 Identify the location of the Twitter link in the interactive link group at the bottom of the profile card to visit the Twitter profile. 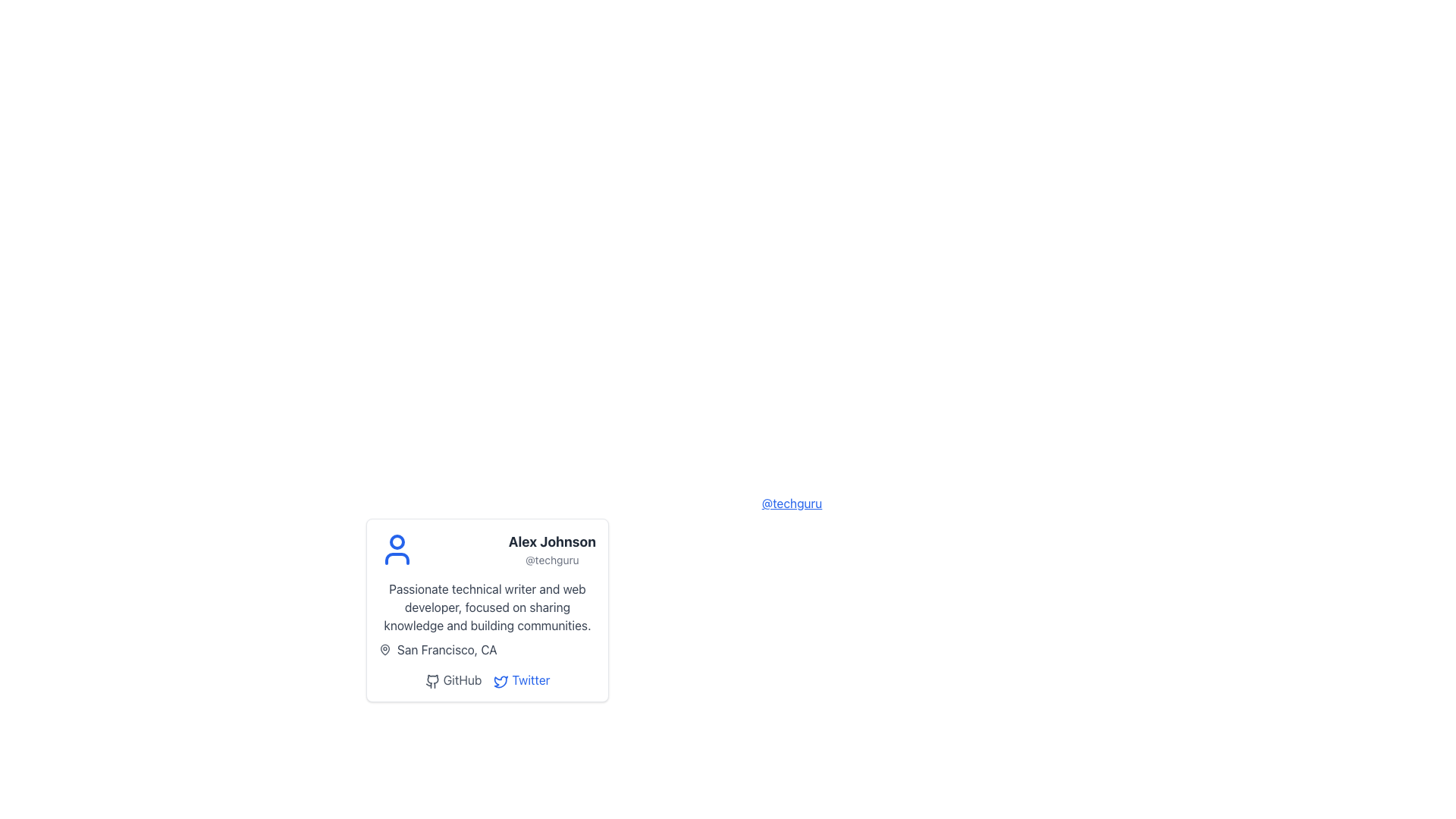
(488, 679).